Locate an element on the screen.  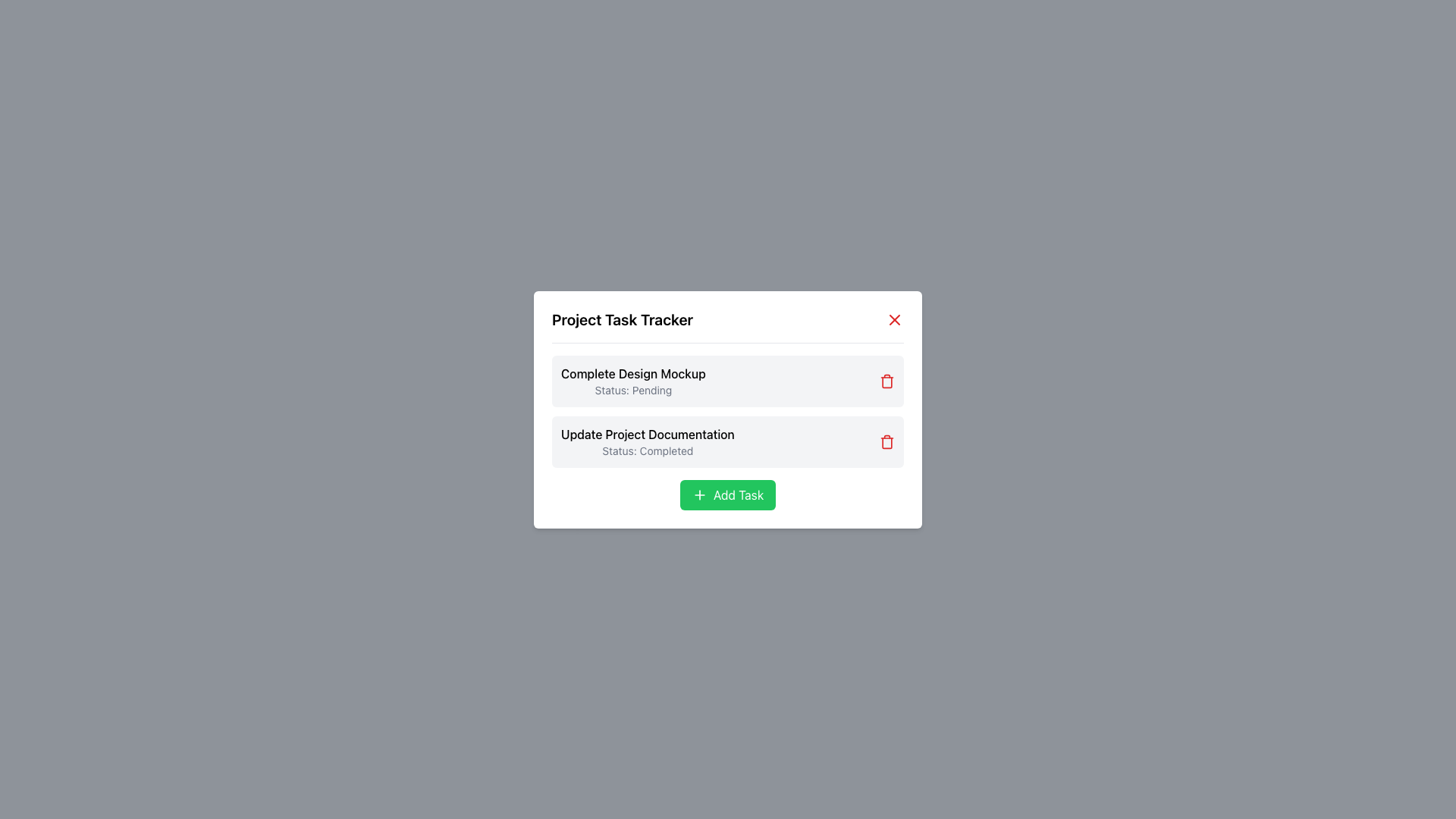
the text label displaying 'Status: Pending', which is located beneath 'Complete Design Mockup' in the task list interface is located at coordinates (633, 389).